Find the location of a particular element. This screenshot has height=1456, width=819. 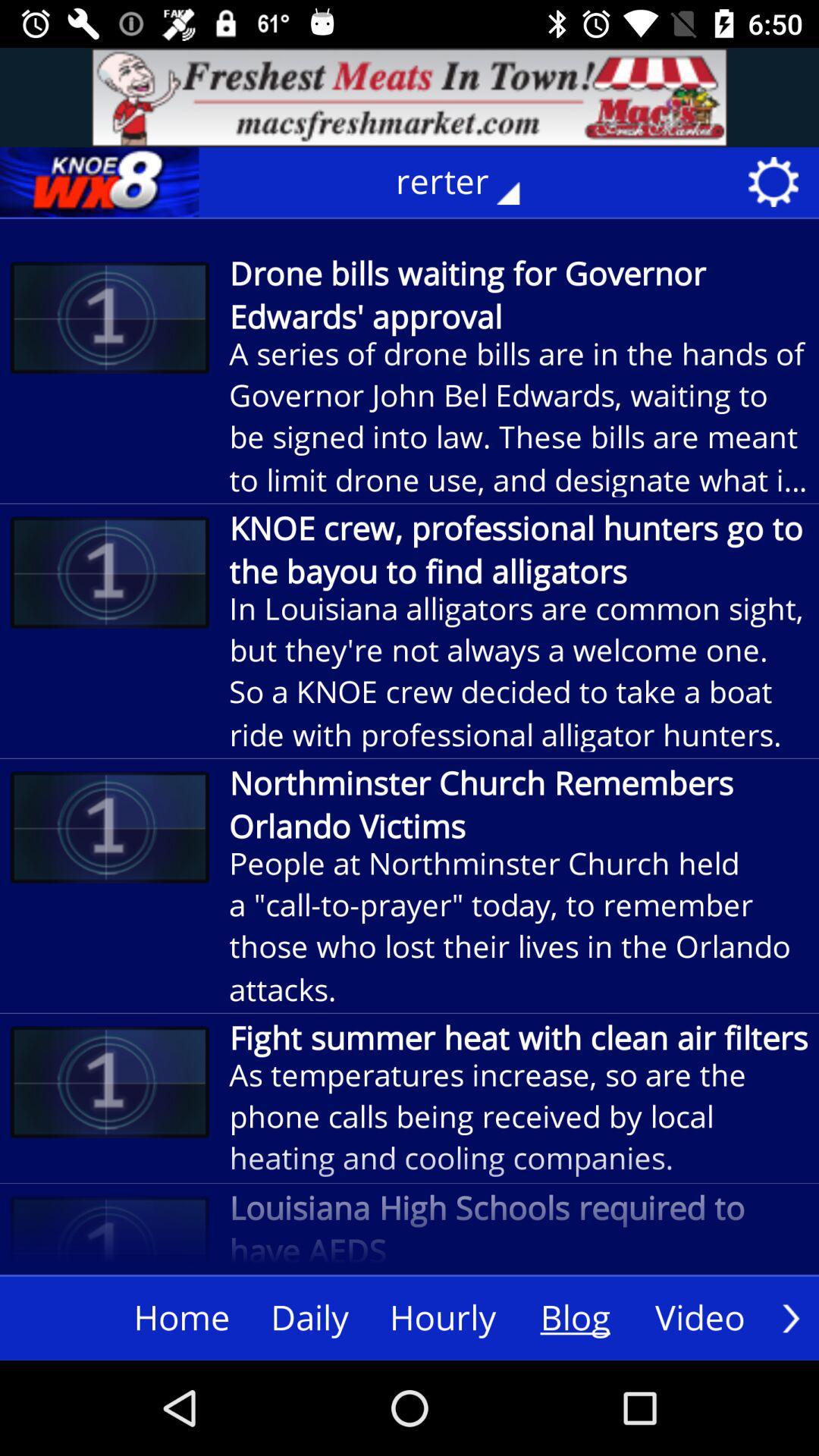

knoe wx8 details is located at coordinates (99, 182).